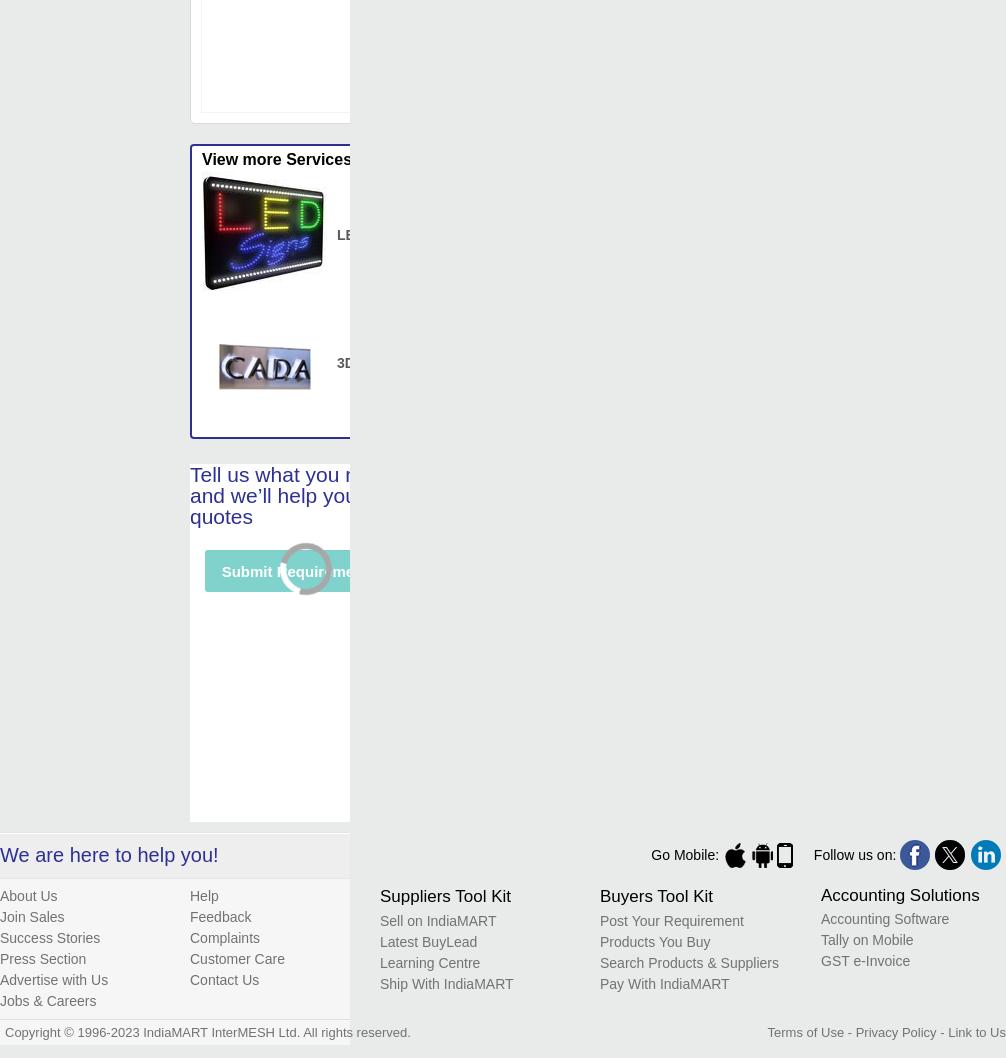 The width and height of the screenshot is (1006, 1058). What do you see at coordinates (476, 346) in the screenshot?
I see `'read more...'` at bounding box center [476, 346].